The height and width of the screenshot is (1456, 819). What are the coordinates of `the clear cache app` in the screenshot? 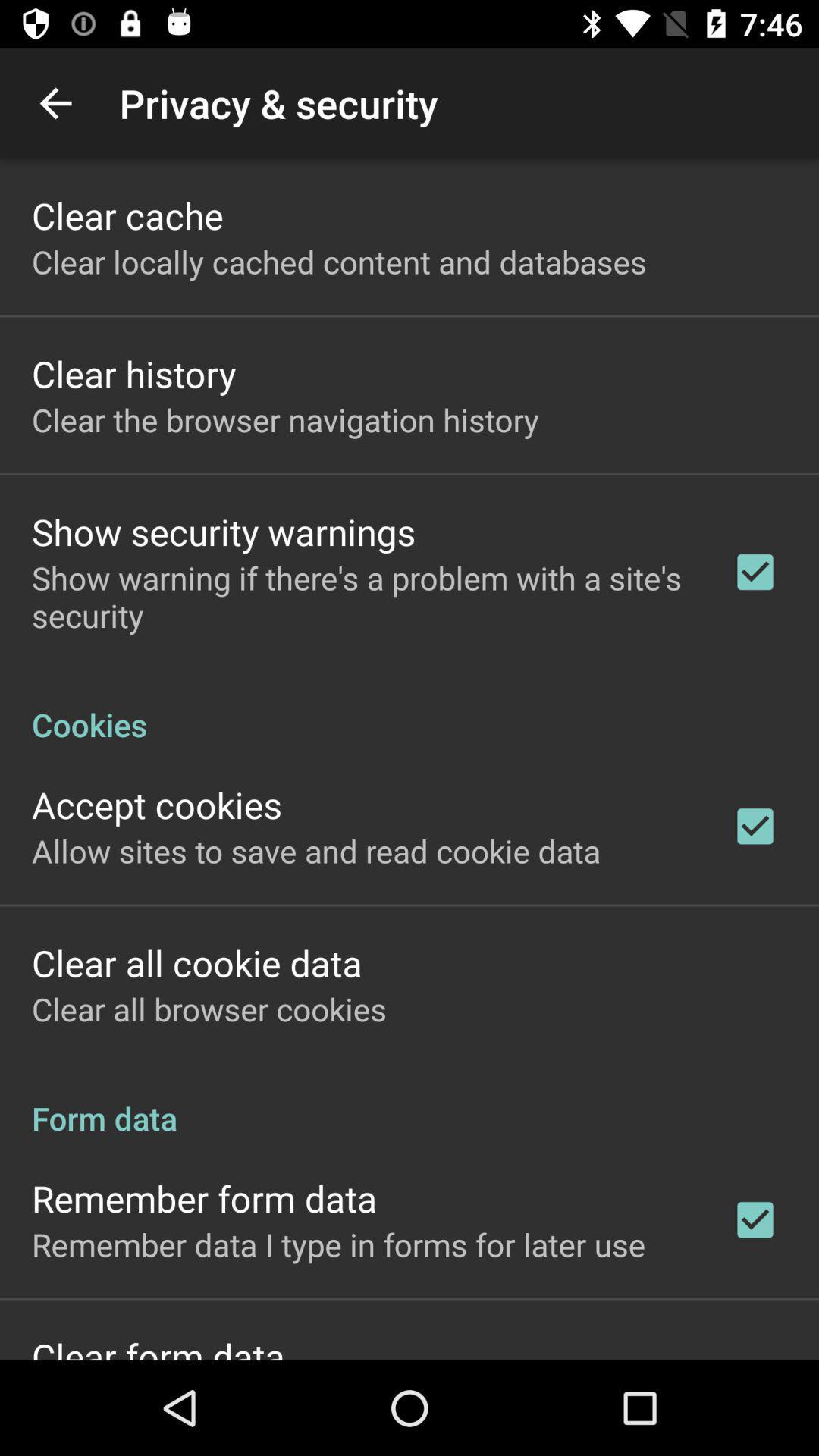 It's located at (127, 215).